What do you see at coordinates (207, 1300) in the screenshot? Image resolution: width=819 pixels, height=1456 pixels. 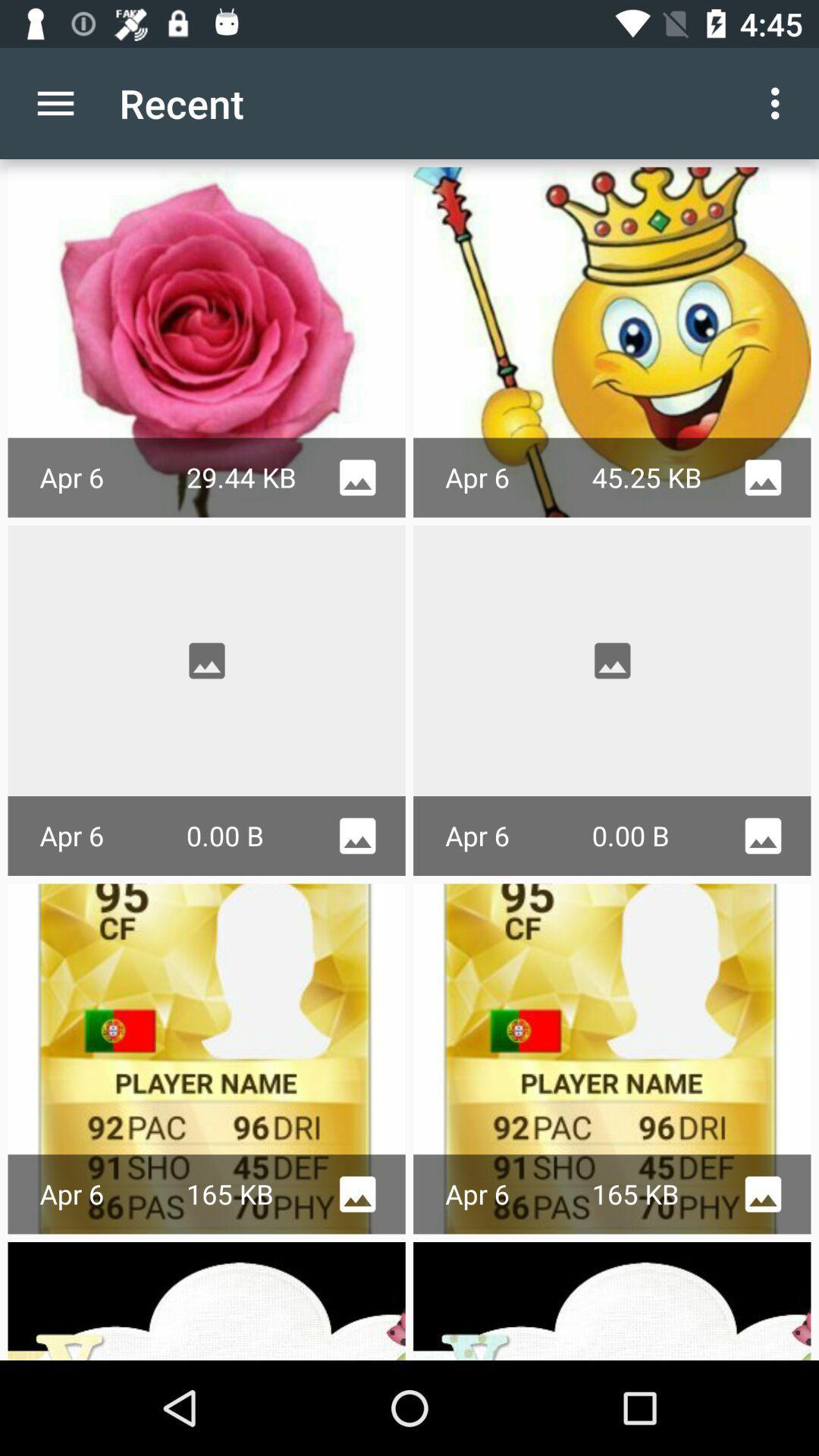 I see `the first image which is on the bottom left corner of page` at bounding box center [207, 1300].